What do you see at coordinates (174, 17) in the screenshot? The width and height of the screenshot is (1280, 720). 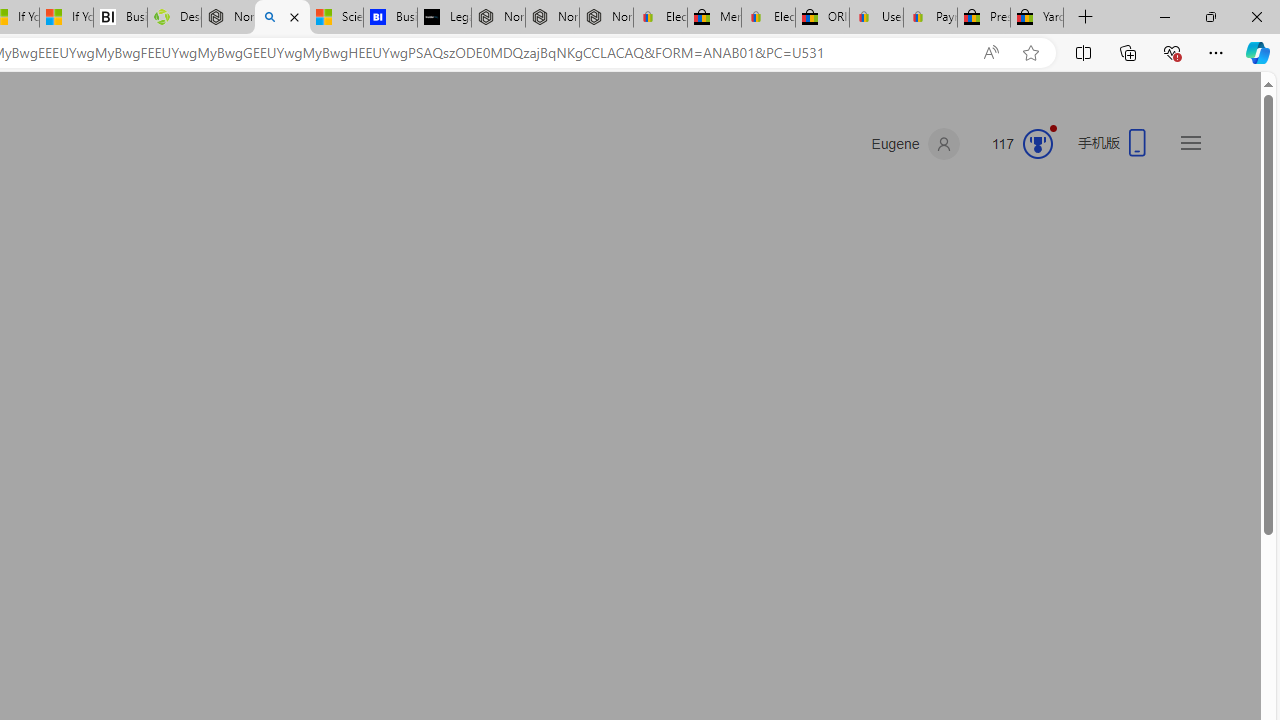 I see `'Descarga Driver Updater'` at bounding box center [174, 17].